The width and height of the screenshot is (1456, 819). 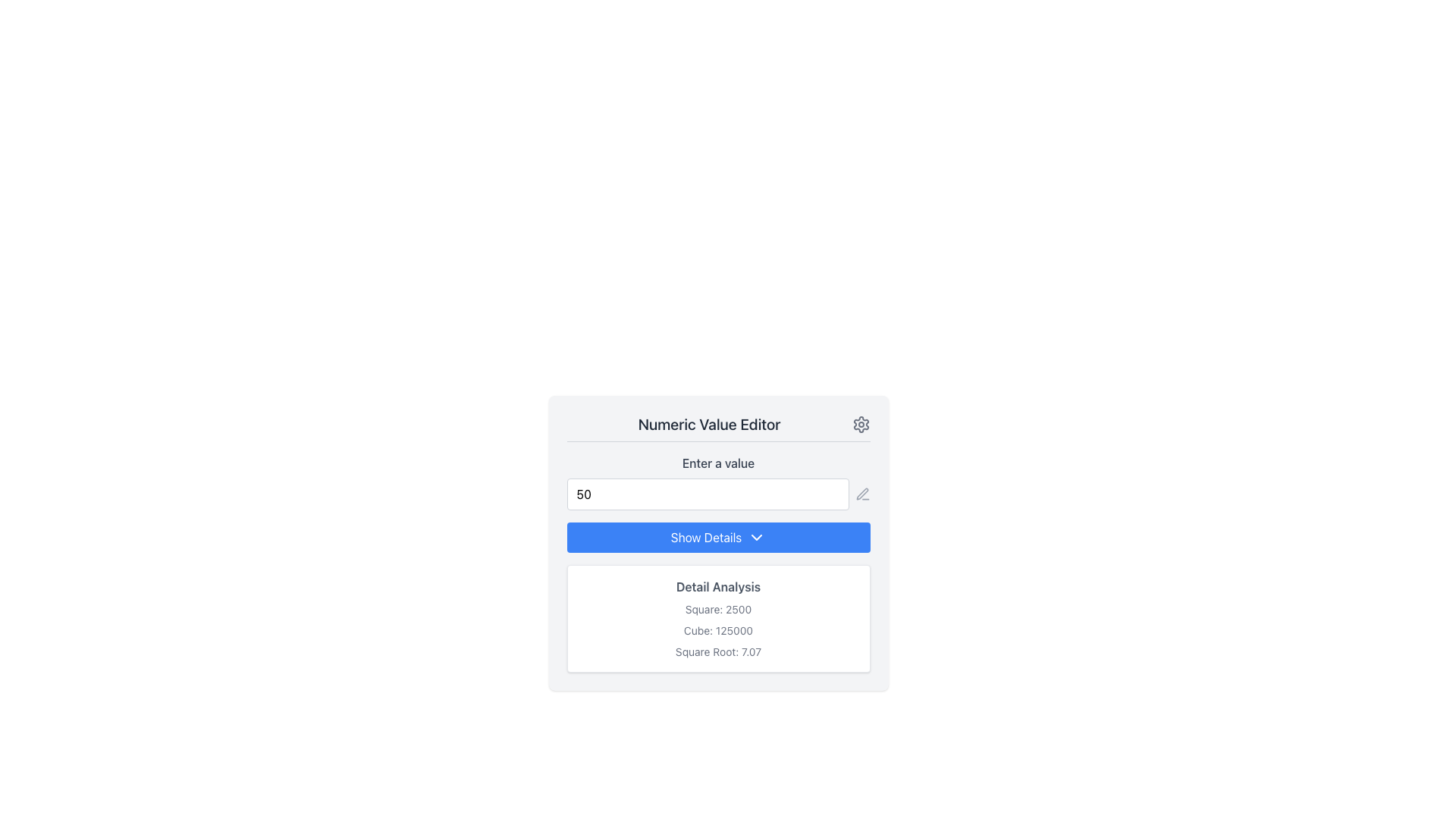 I want to click on the Text Display element that provides detailed computed mathematical values, positioned below the 'Detail Analysis' header, so click(x=717, y=631).